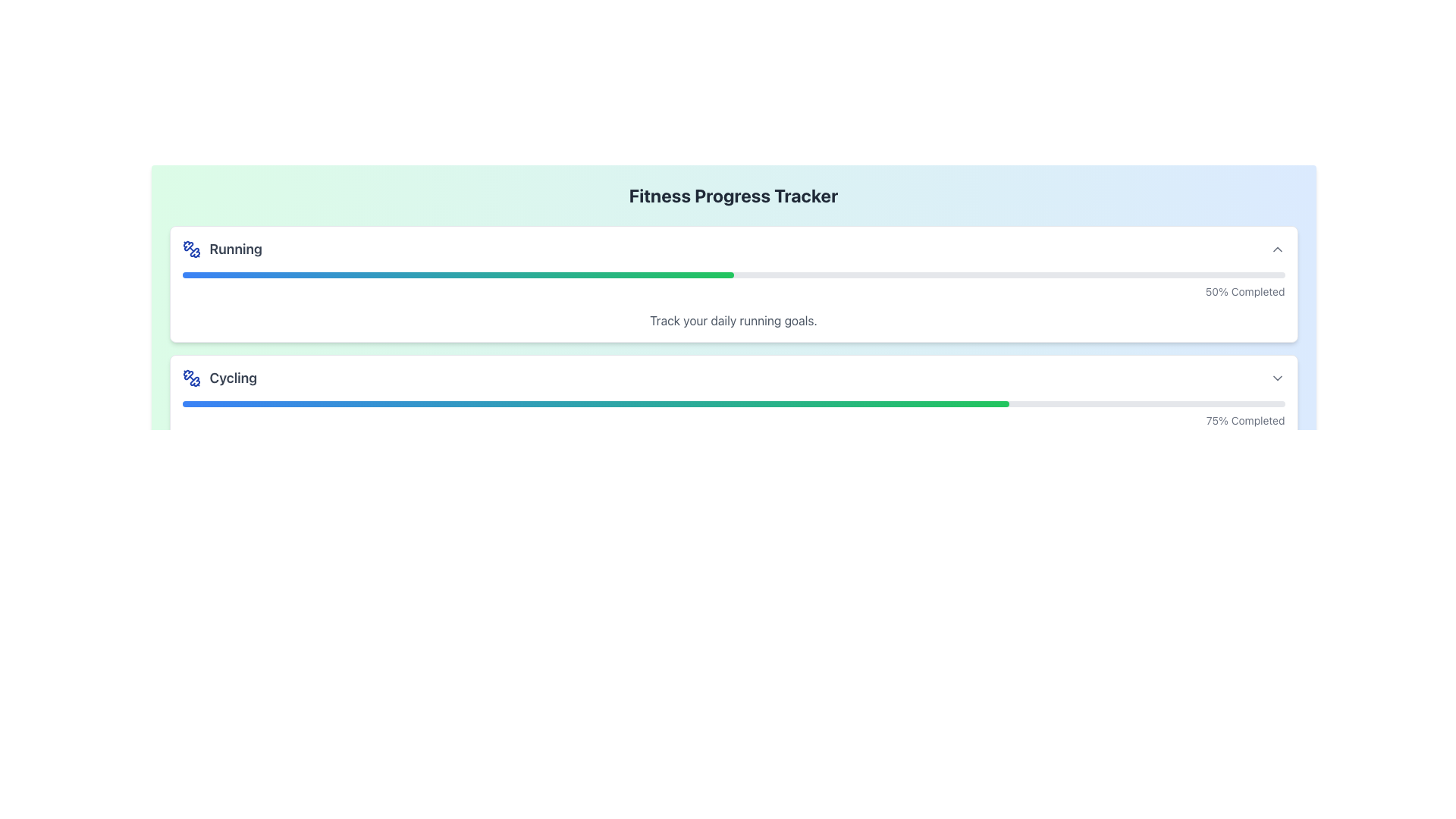 This screenshot has height=819, width=1456. Describe the element at coordinates (733, 403) in the screenshot. I see `the second progress bar labeled 'Cycling', which visually represents the progress of the cycling activity` at that location.